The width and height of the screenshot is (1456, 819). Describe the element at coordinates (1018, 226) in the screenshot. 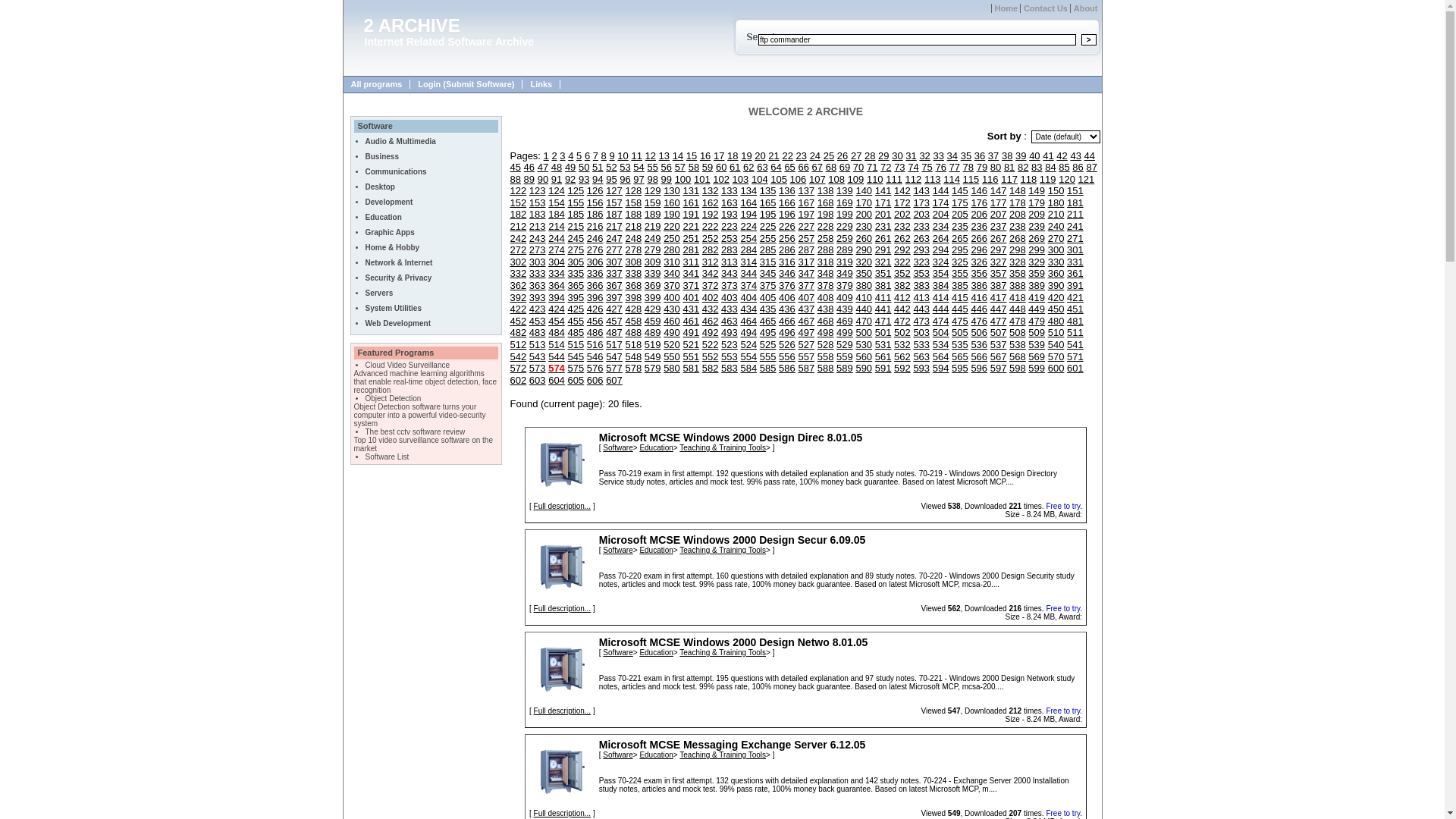

I see `'238'` at that location.